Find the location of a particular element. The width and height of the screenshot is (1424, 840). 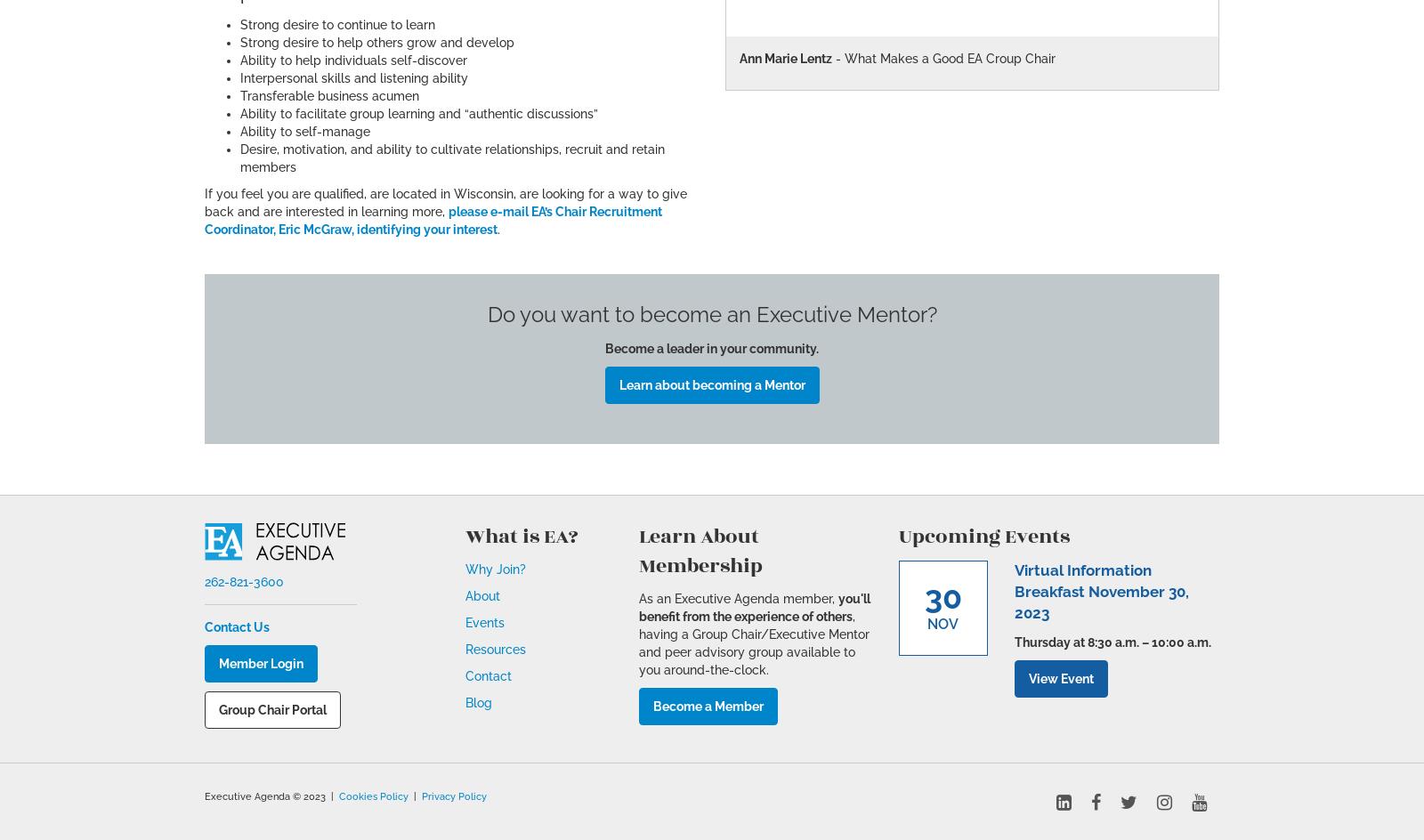

'Member Login' is located at coordinates (261, 663).